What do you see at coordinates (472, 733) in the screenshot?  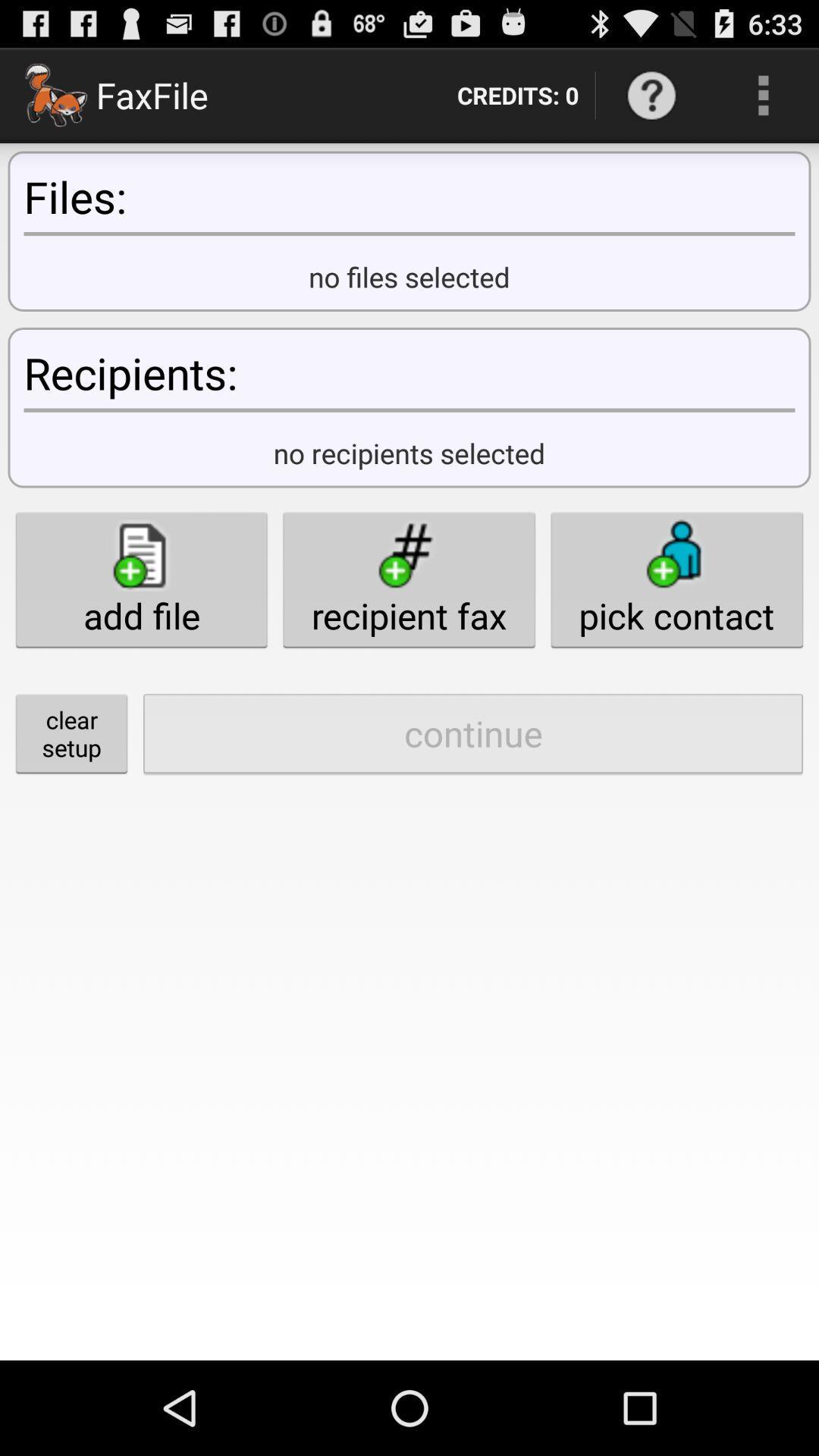 I see `item next to the clear` at bounding box center [472, 733].